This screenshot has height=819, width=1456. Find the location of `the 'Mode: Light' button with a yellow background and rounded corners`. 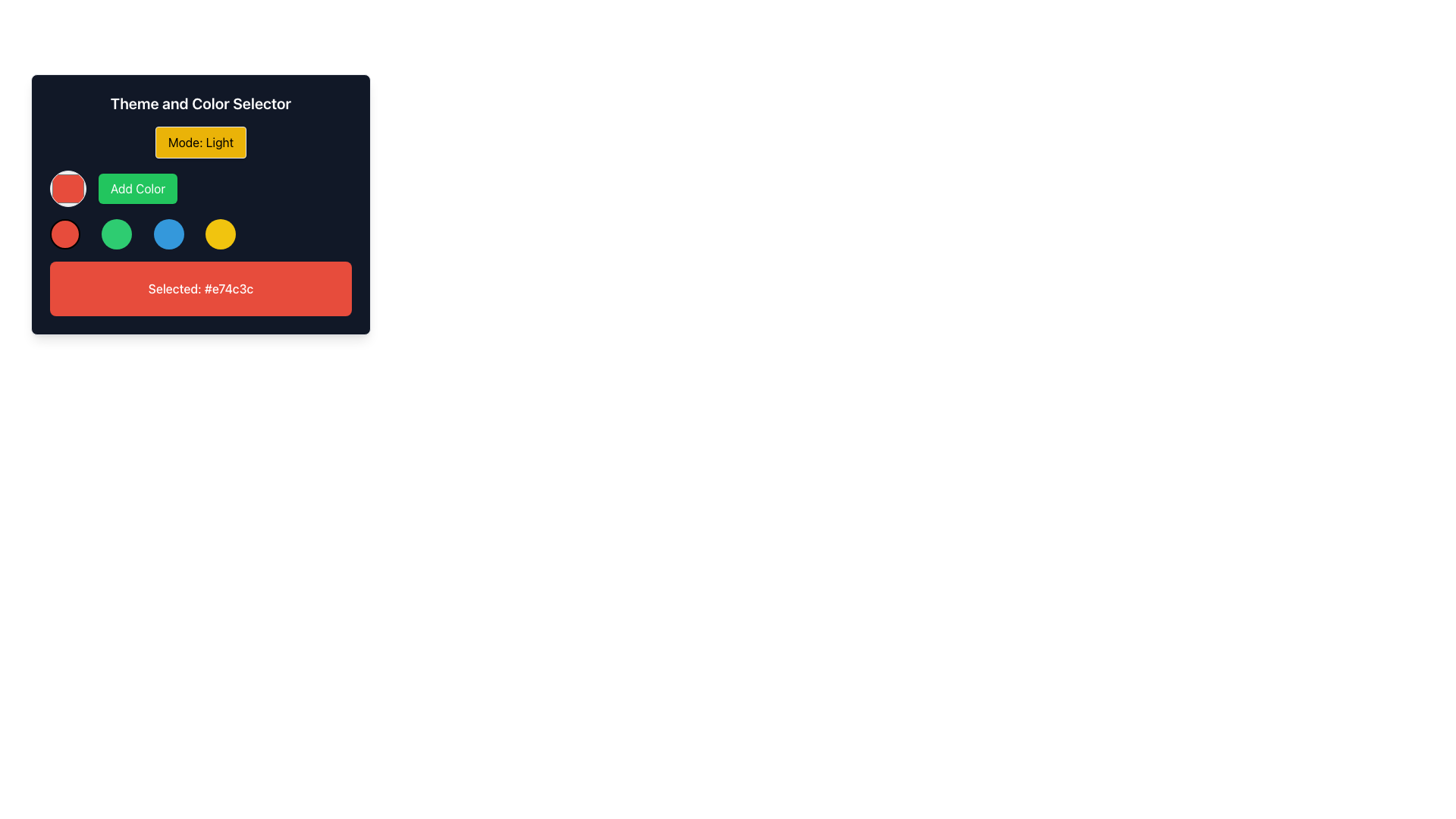

the 'Mode: Light' button with a yellow background and rounded corners is located at coordinates (199, 143).